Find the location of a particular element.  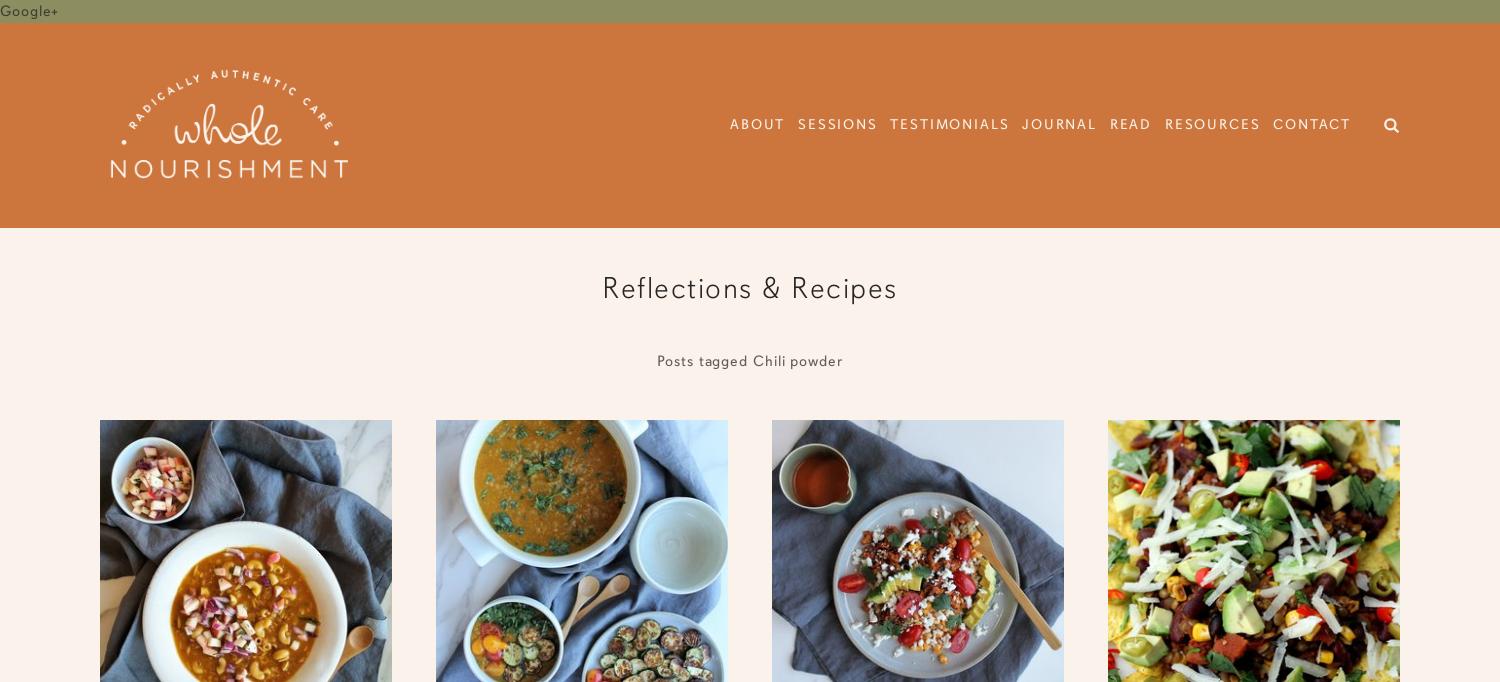

'Sessions' is located at coordinates (836, 124).